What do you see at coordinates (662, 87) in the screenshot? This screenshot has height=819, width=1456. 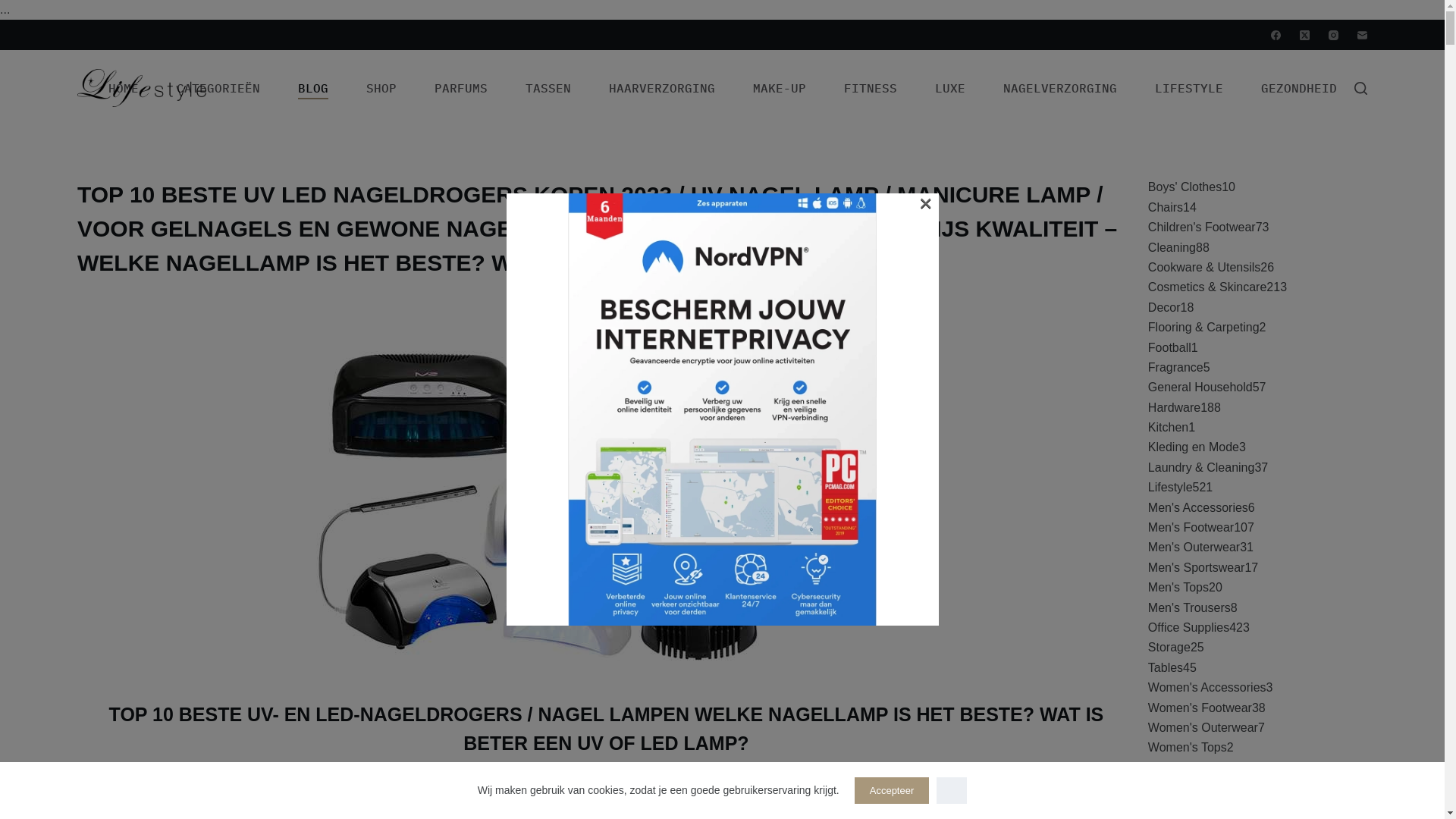 I see `'HAARVERZORGING'` at bounding box center [662, 87].